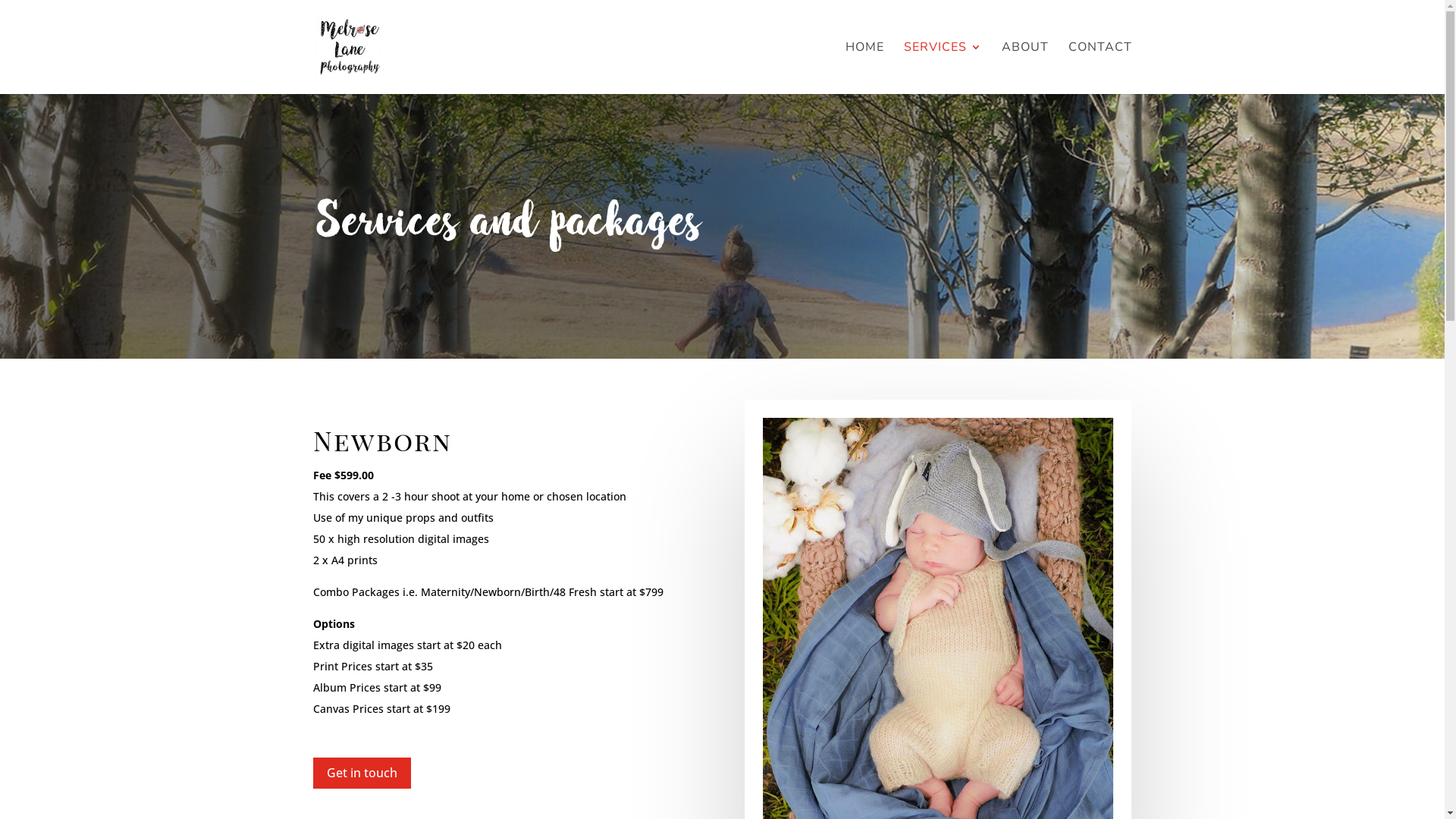  I want to click on 'SERVICES', so click(942, 67).